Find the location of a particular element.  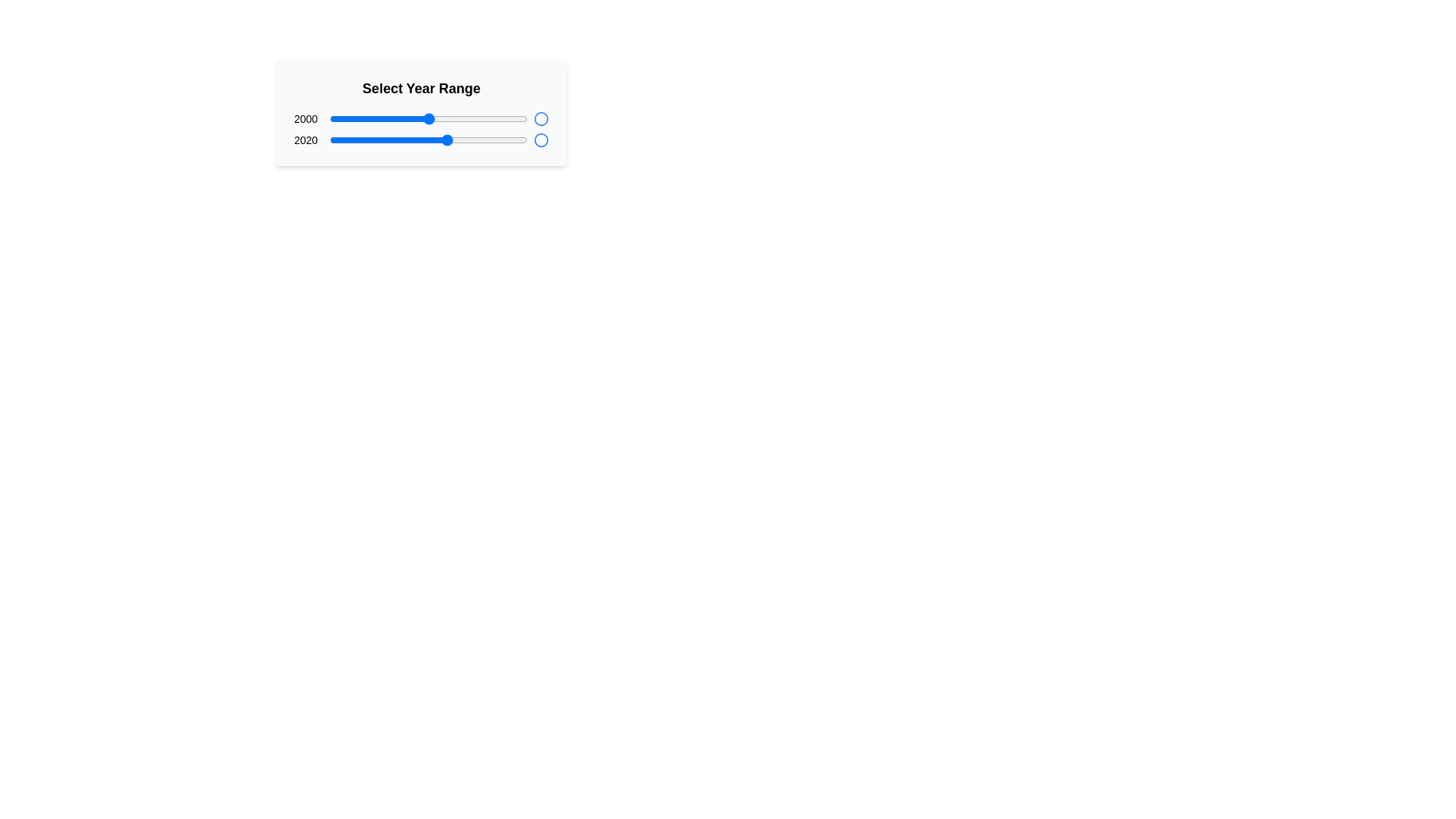

the year value is located at coordinates (337, 140).